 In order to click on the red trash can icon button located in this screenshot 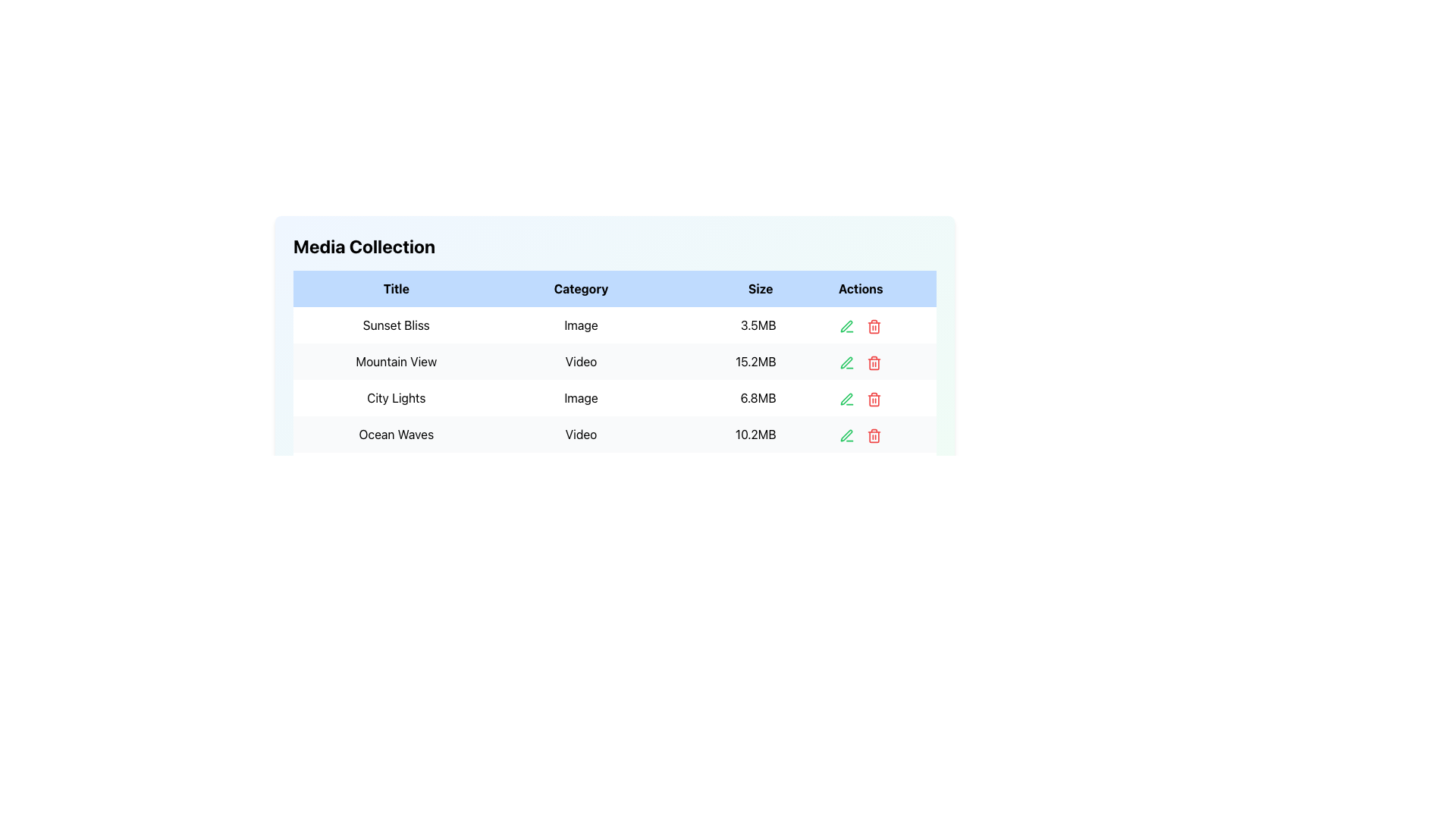, I will do `click(874, 324)`.